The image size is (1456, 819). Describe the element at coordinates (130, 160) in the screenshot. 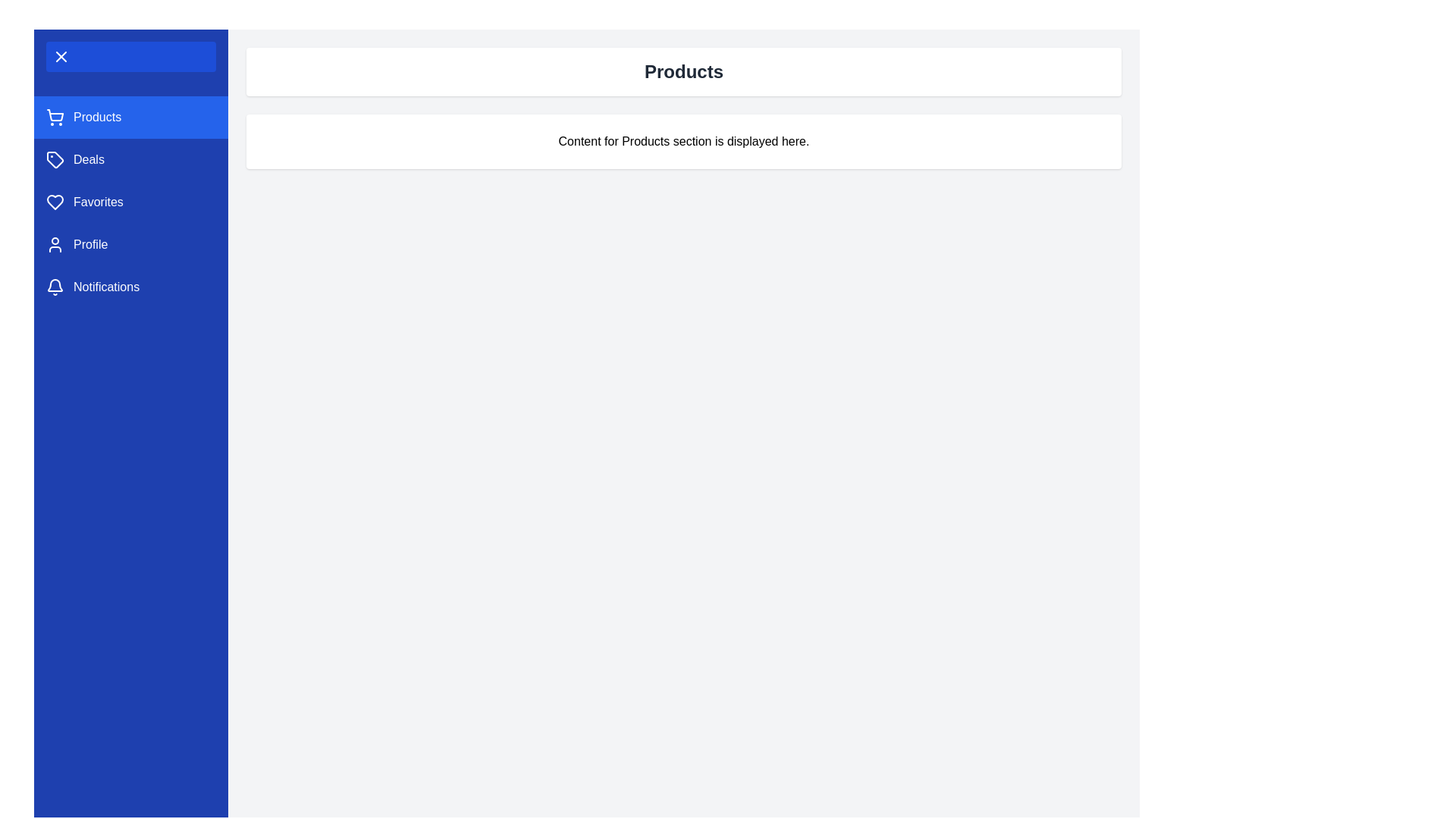

I see `the 'Deals' button, which is the second option in the vertical navigation menu on the left side of the interface` at that location.